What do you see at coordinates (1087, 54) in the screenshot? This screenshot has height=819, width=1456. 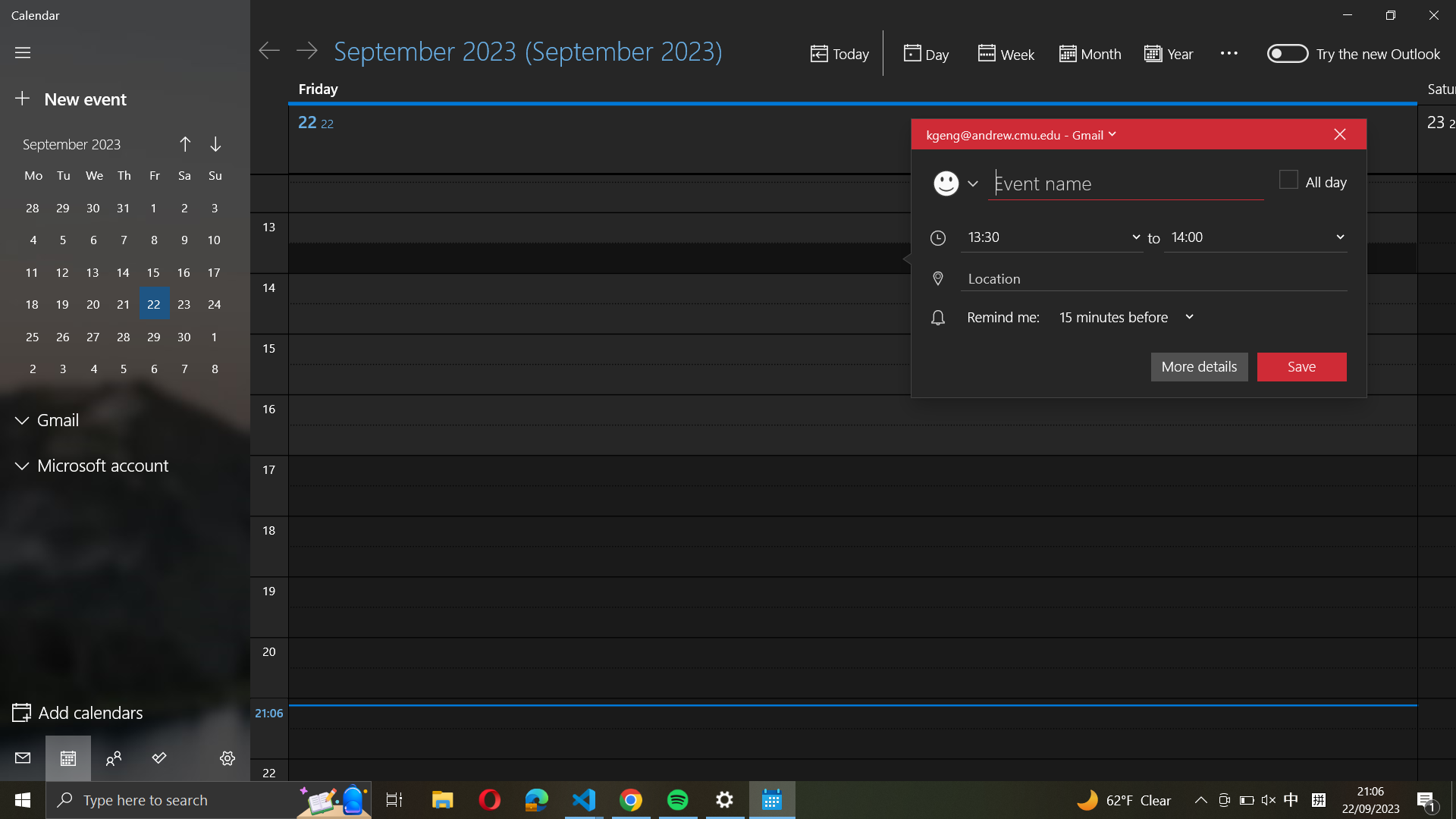 I see `the calendar configuration to "month" view` at bounding box center [1087, 54].